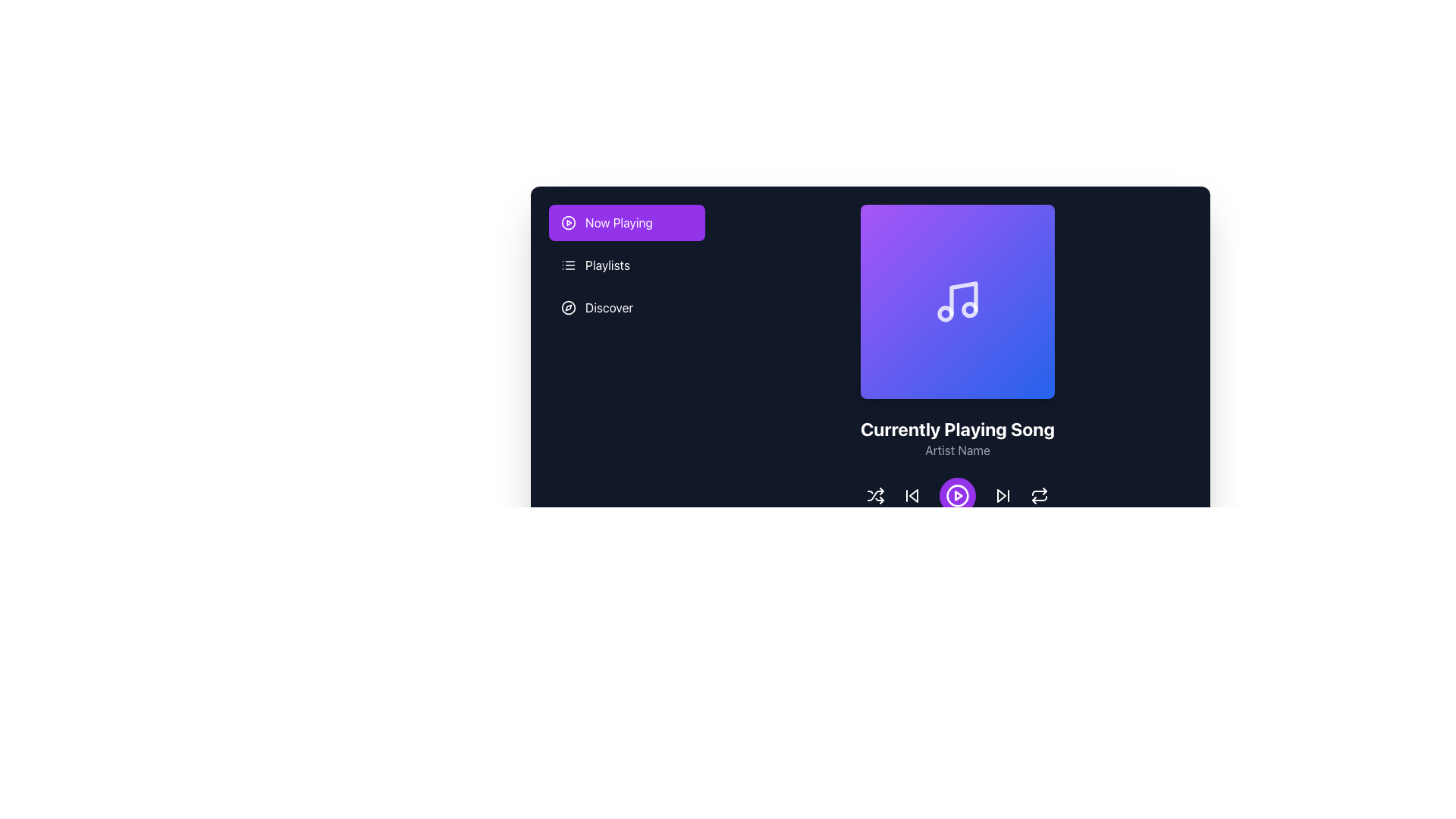  I want to click on the third circle of the music note icon, which visually represents the 'currently playing' feature, so click(968, 309).